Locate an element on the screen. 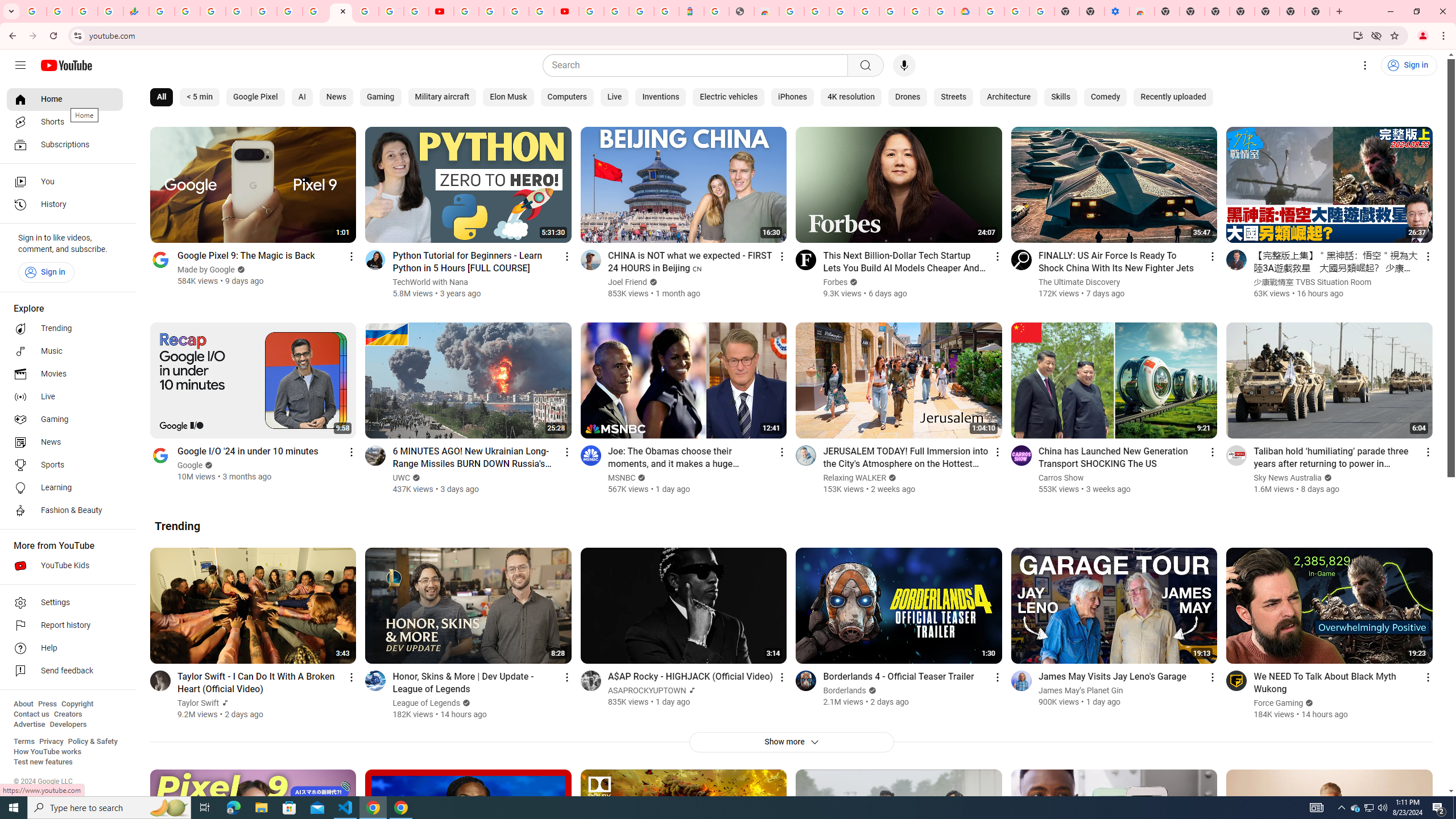  'Content Creator Programs & Opportunities - YouTube Creators' is located at coordinates (565, 11).